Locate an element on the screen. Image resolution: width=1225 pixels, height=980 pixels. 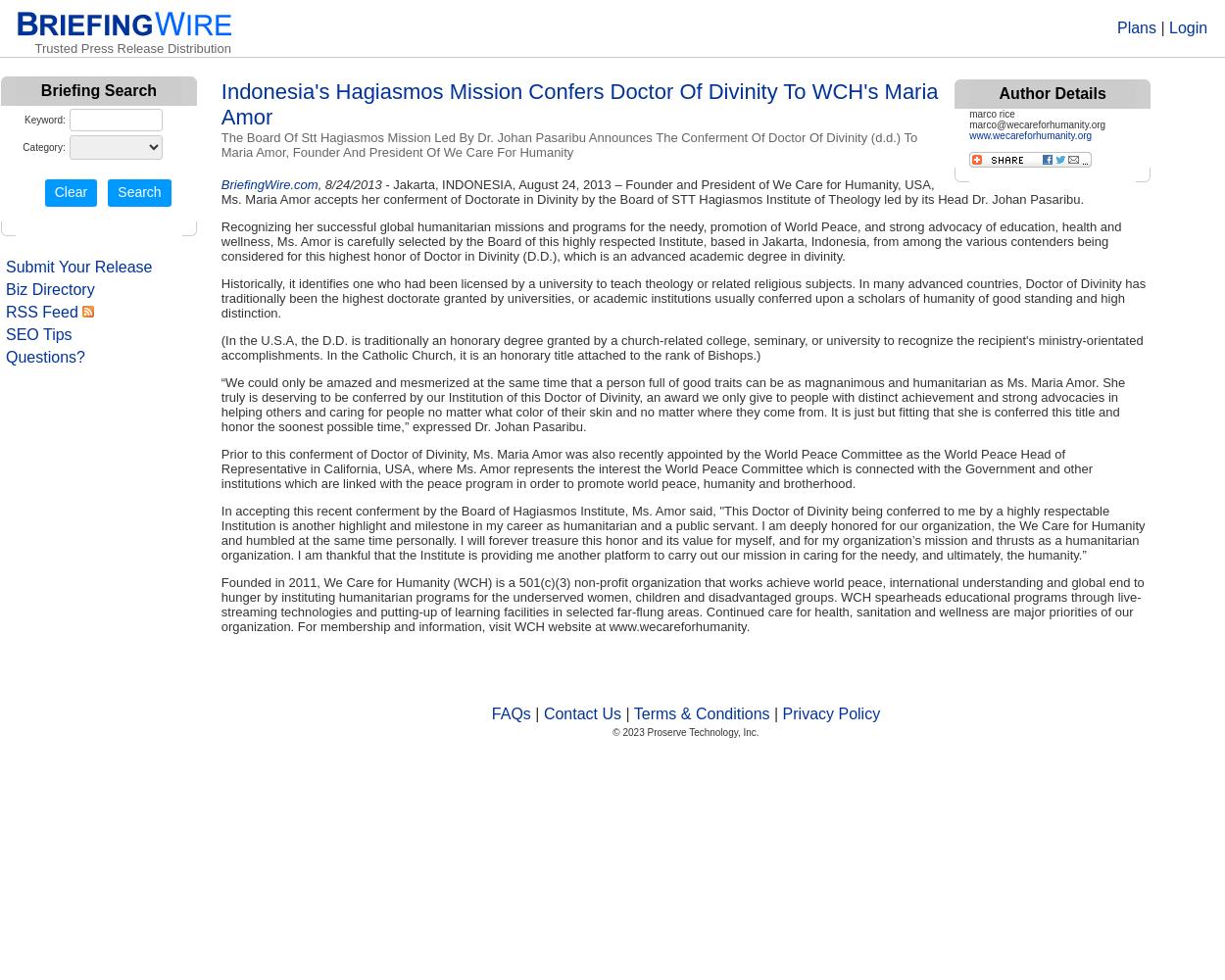
'www.wecareforhumanity.org' is located at coordinates (1030, 135).